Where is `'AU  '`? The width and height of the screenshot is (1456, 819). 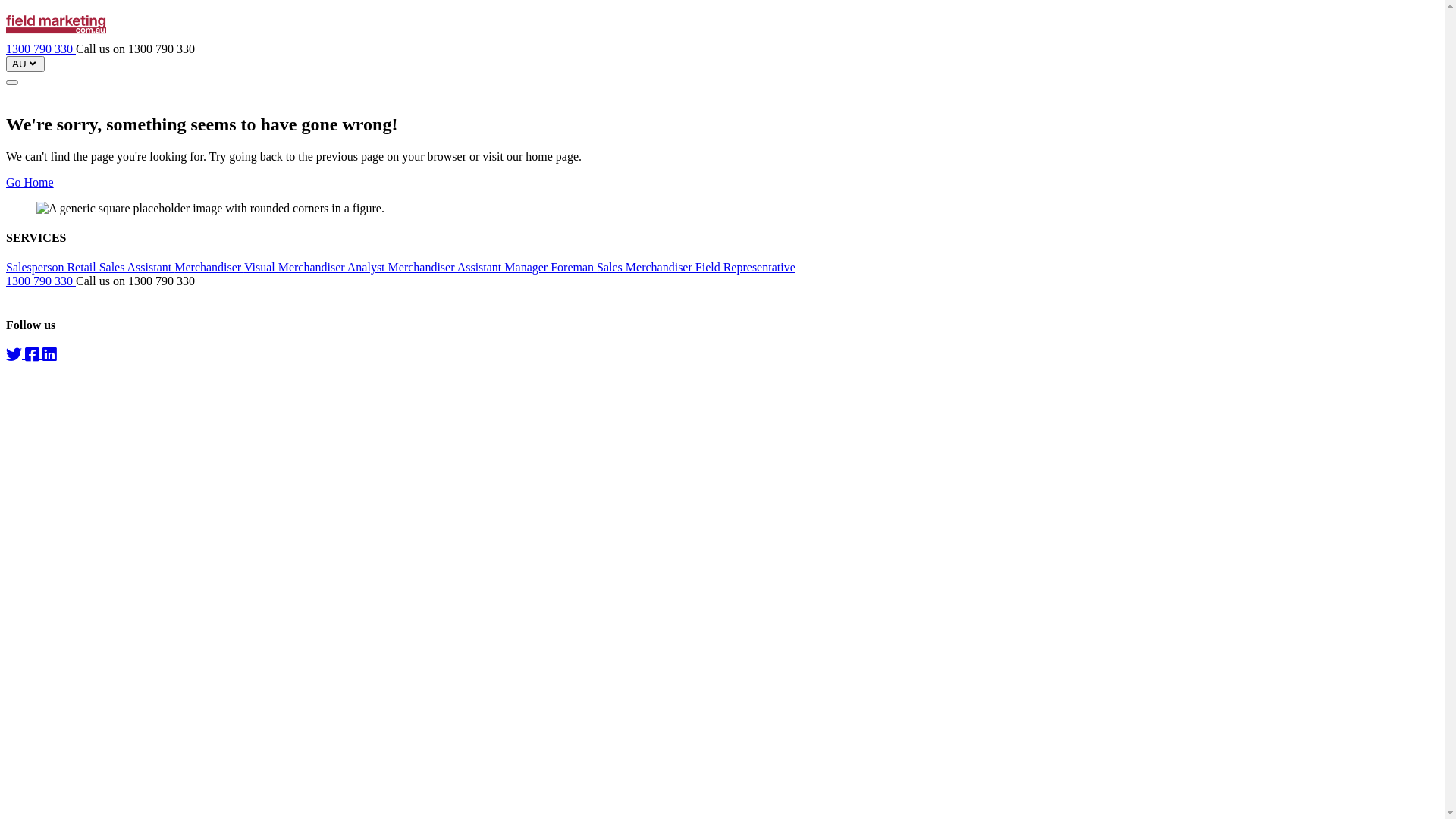 'AU  ' is located at coordinates (6, 63).